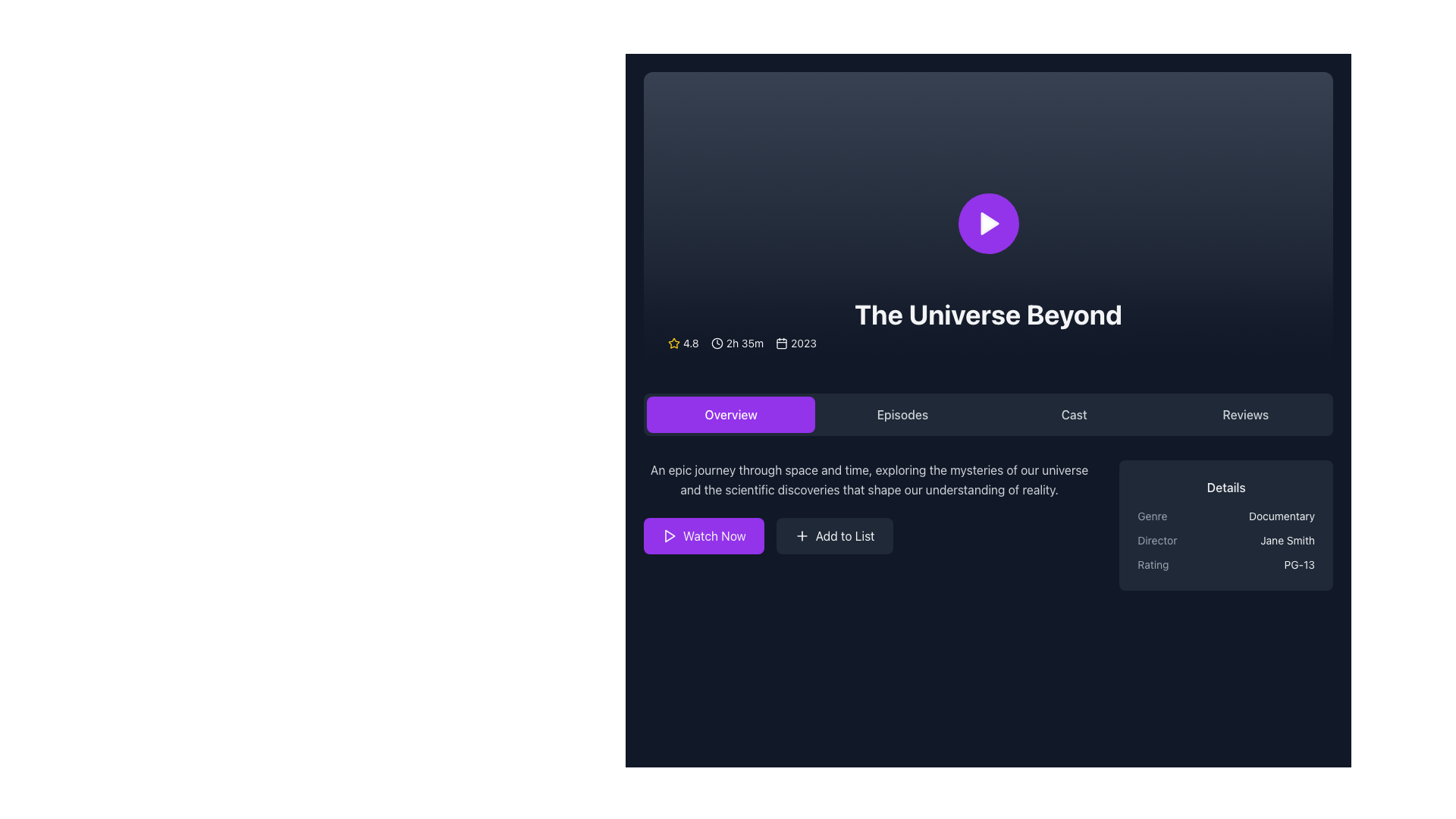 The image size is (1456, 819). What do you see at coordinates (716, 343) in the screenshot?
I see `the circular clock-like icon located between the star rating and the year indicator` at bounding box center [716, 343].